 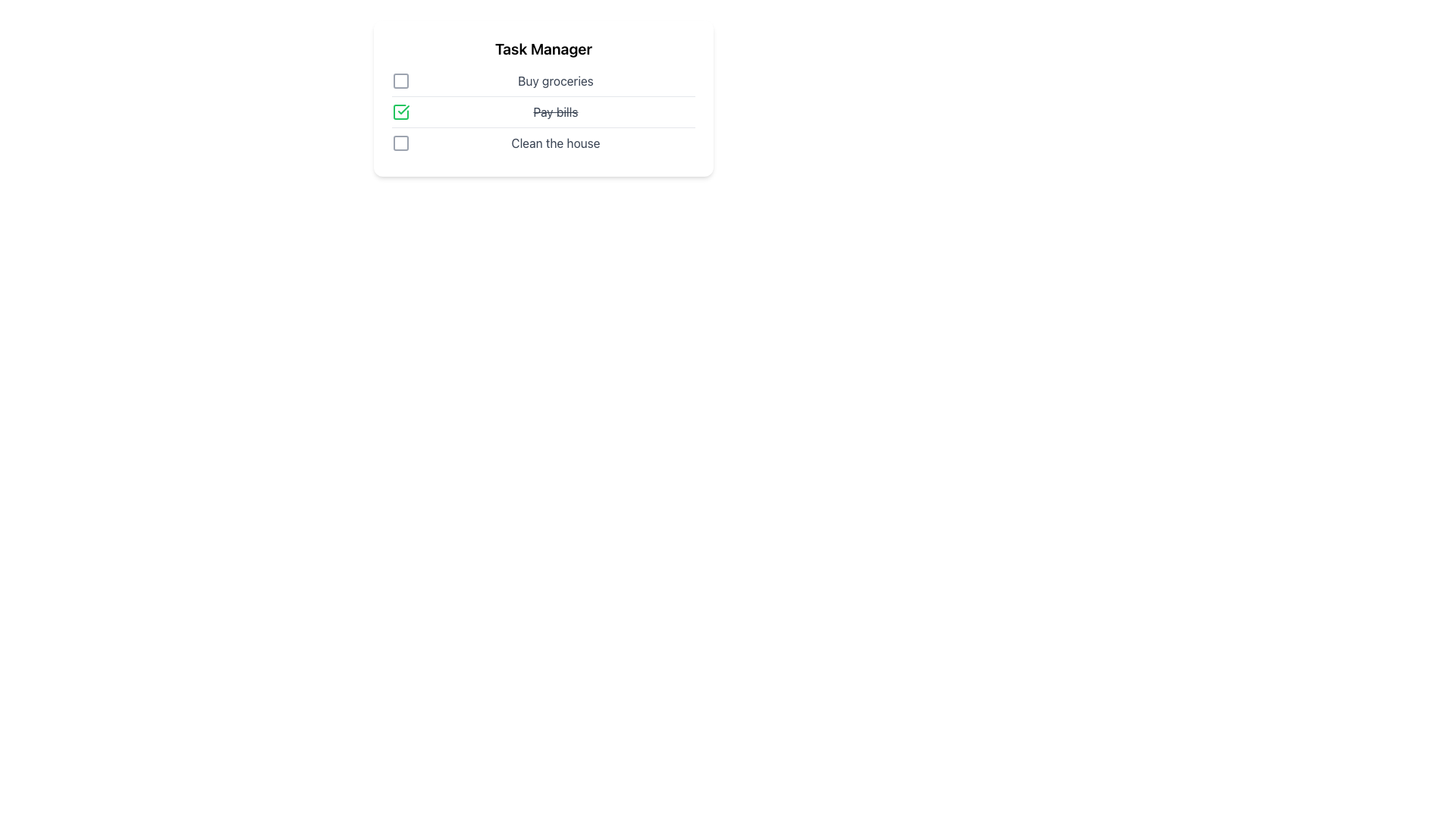 What do you see at coordinates (400, 81) in the screenshot?
I see `the small square icon with rounded corners located to the left of the text 'Buy groceries' at the top of a vertical list to change its state` at bounding box center [400, 81].